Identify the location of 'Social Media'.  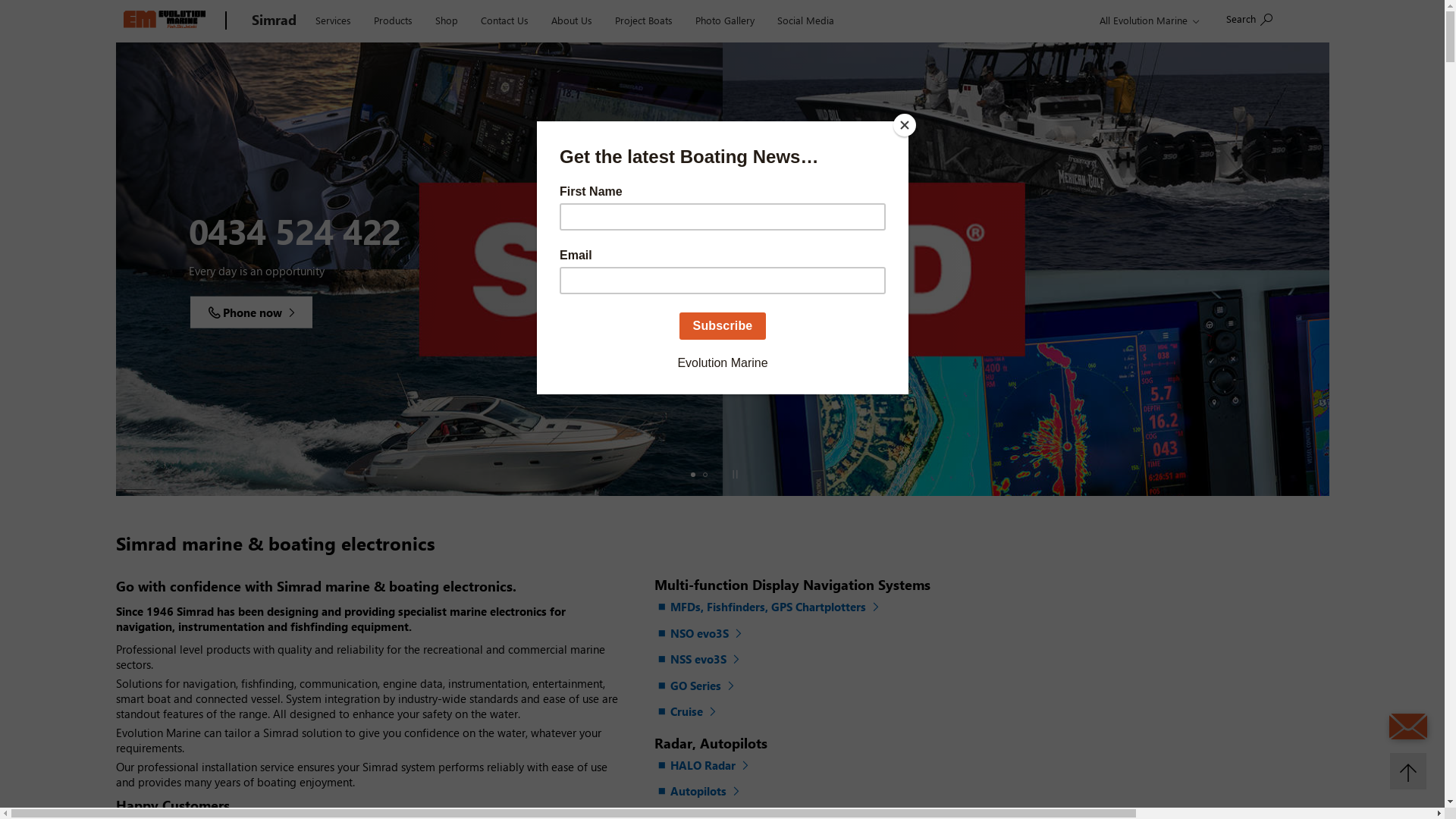
(770, 18).